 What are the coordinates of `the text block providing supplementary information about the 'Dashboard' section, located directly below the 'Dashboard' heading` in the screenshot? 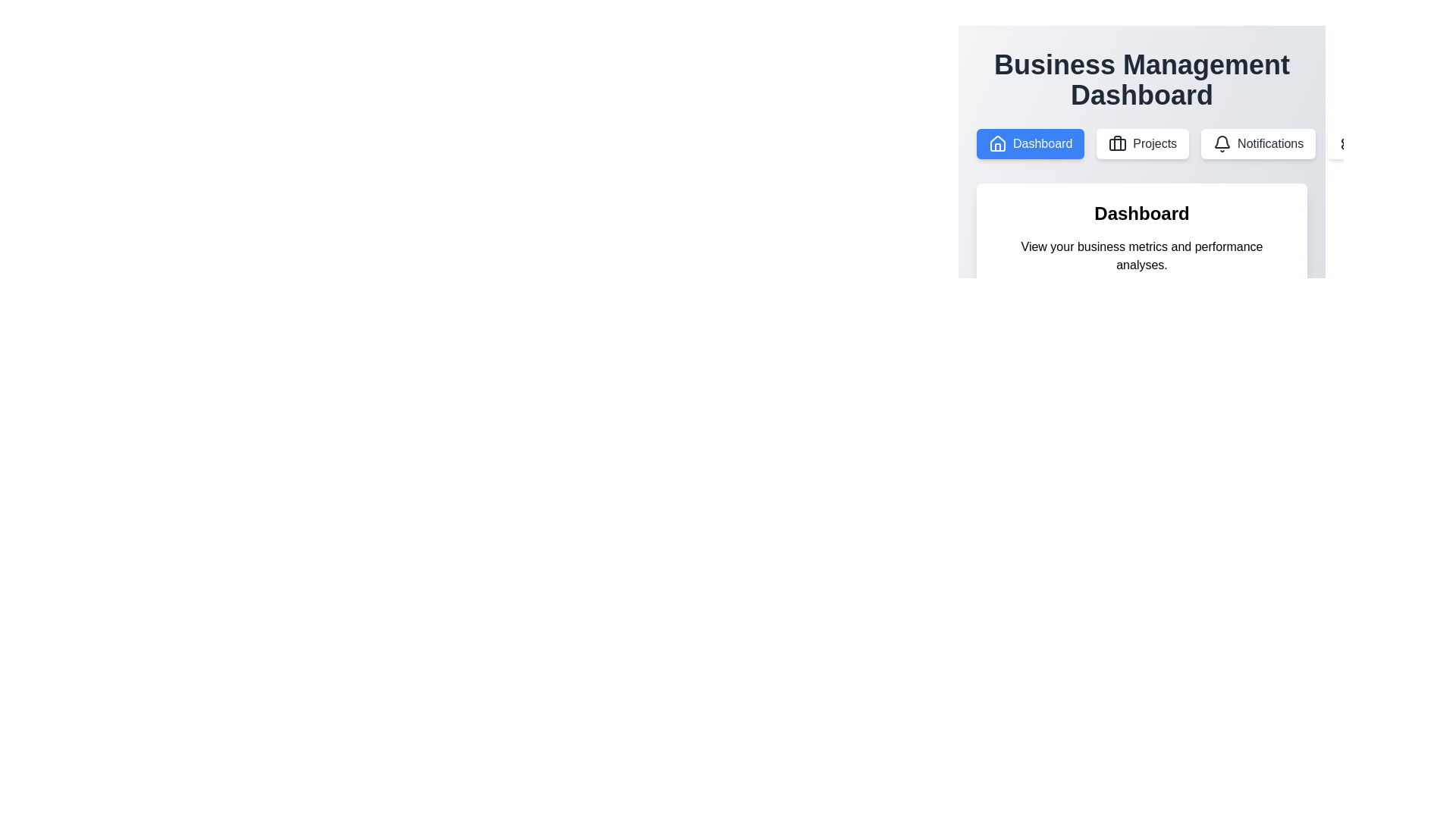 It's located at (1142, 256).